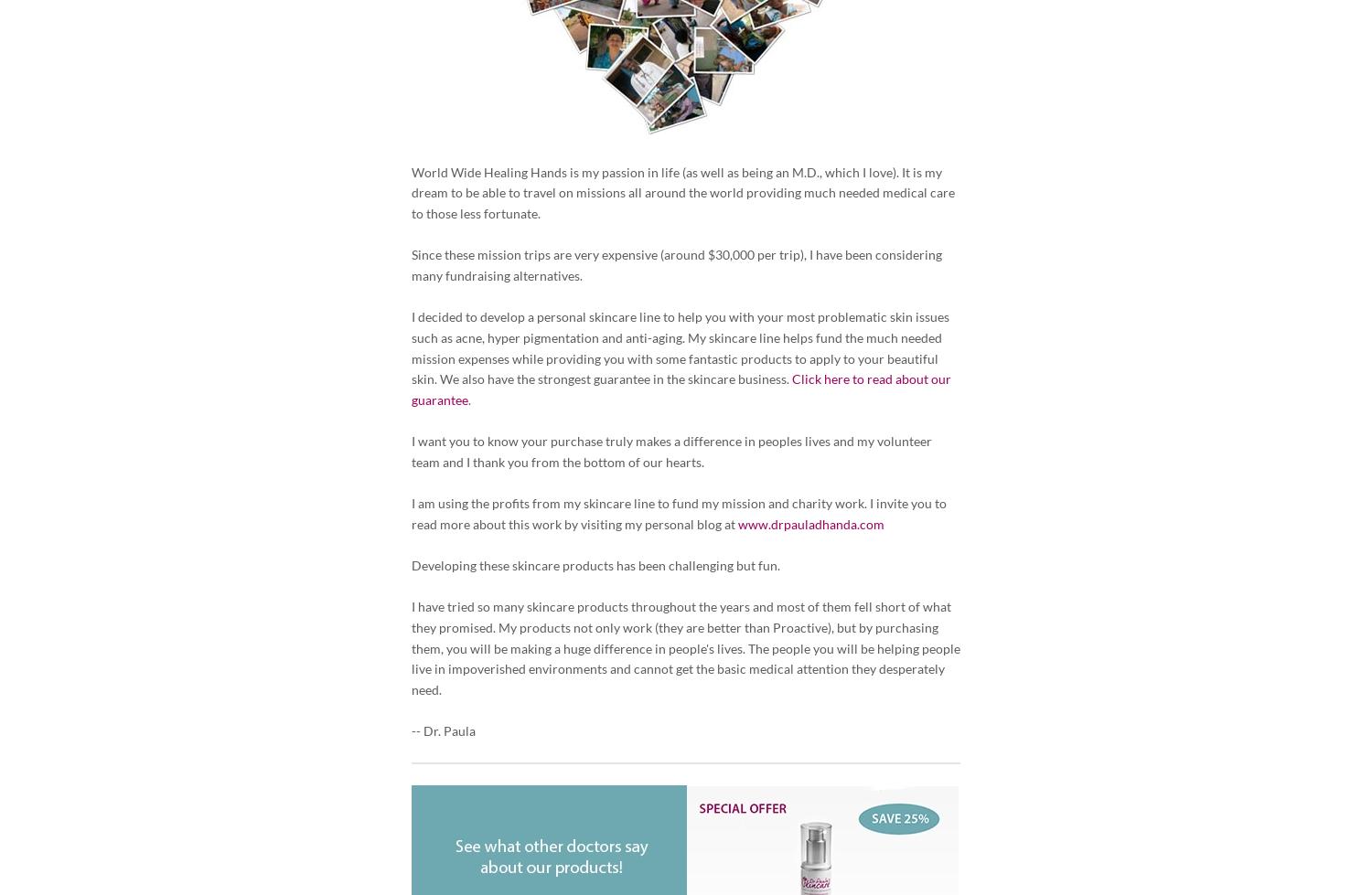 The image size is (1372, 895). What do you see at coordinates (682, 192) in the screenshot?
I see `'World Wide Healing Hands is my passion in life (as well as being an M.D., which I love). It is my dream to be able to travel on missions all around the world providing much needed medical care to those less fortunate.'` at bounding box center [682, 192].